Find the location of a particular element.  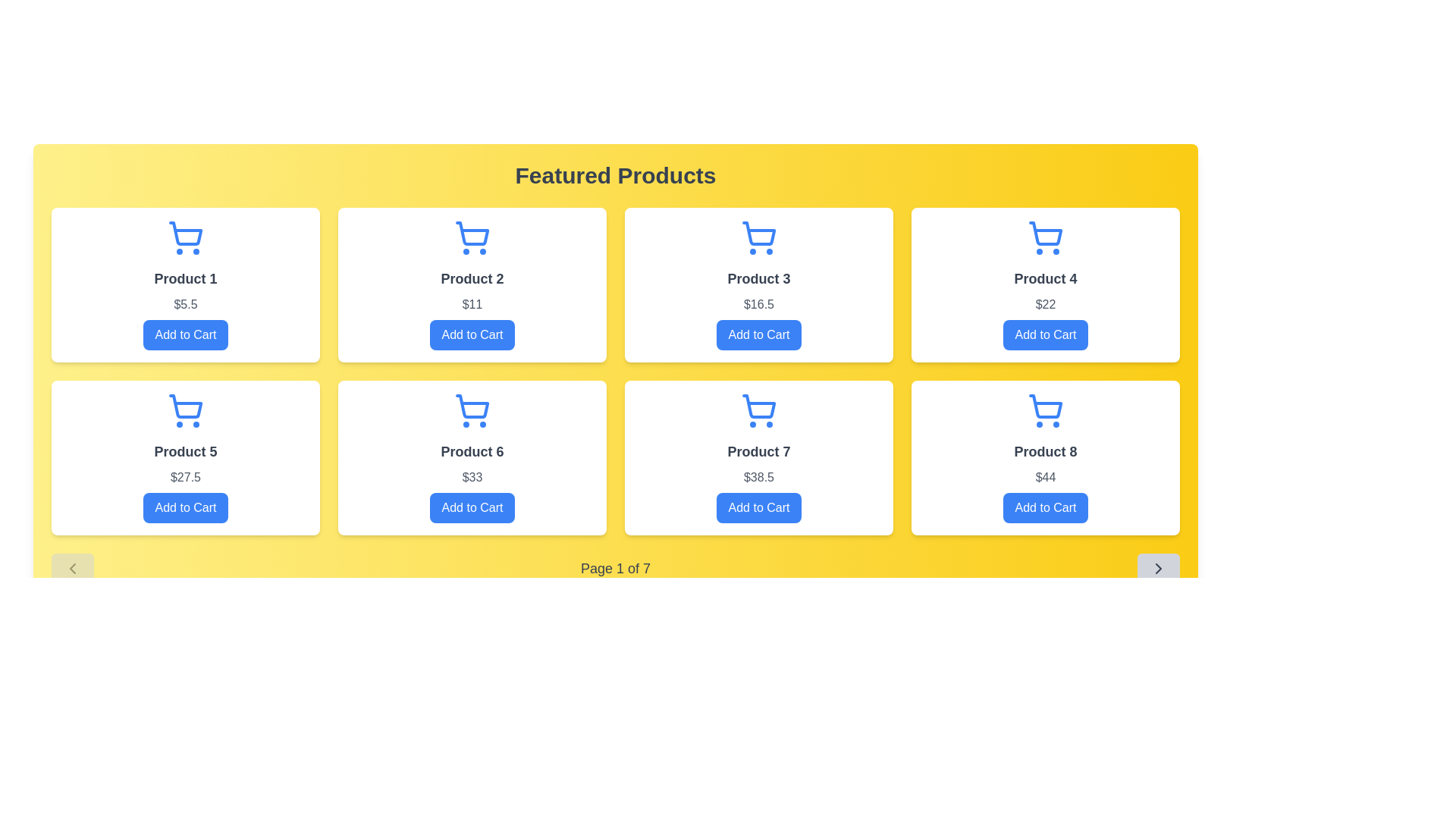

the price Text label within the product card labeled 'Product 4', which is positioned below the title and above the 'Add to Cart' button is located at coordinates (1044, 304).